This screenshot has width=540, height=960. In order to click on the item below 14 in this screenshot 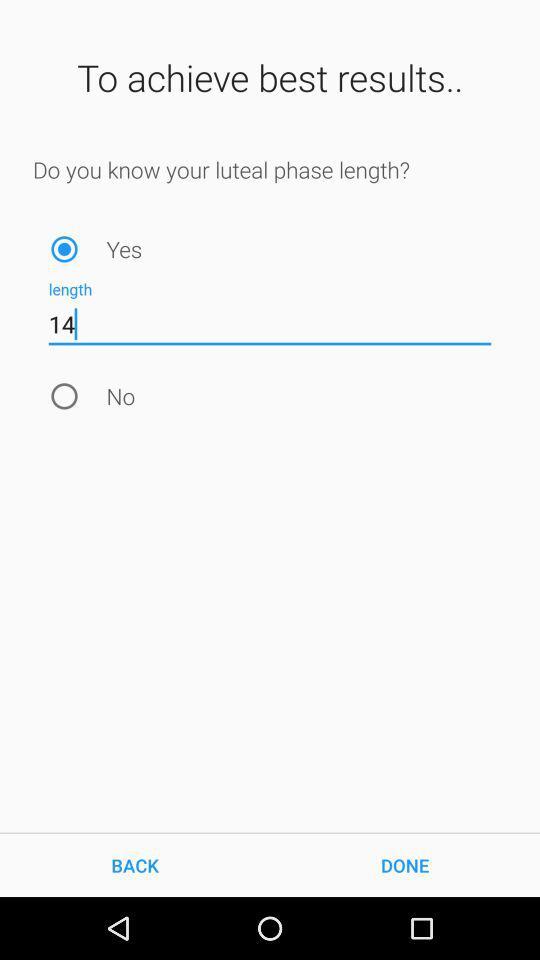, I will do `click(64, 395)`.